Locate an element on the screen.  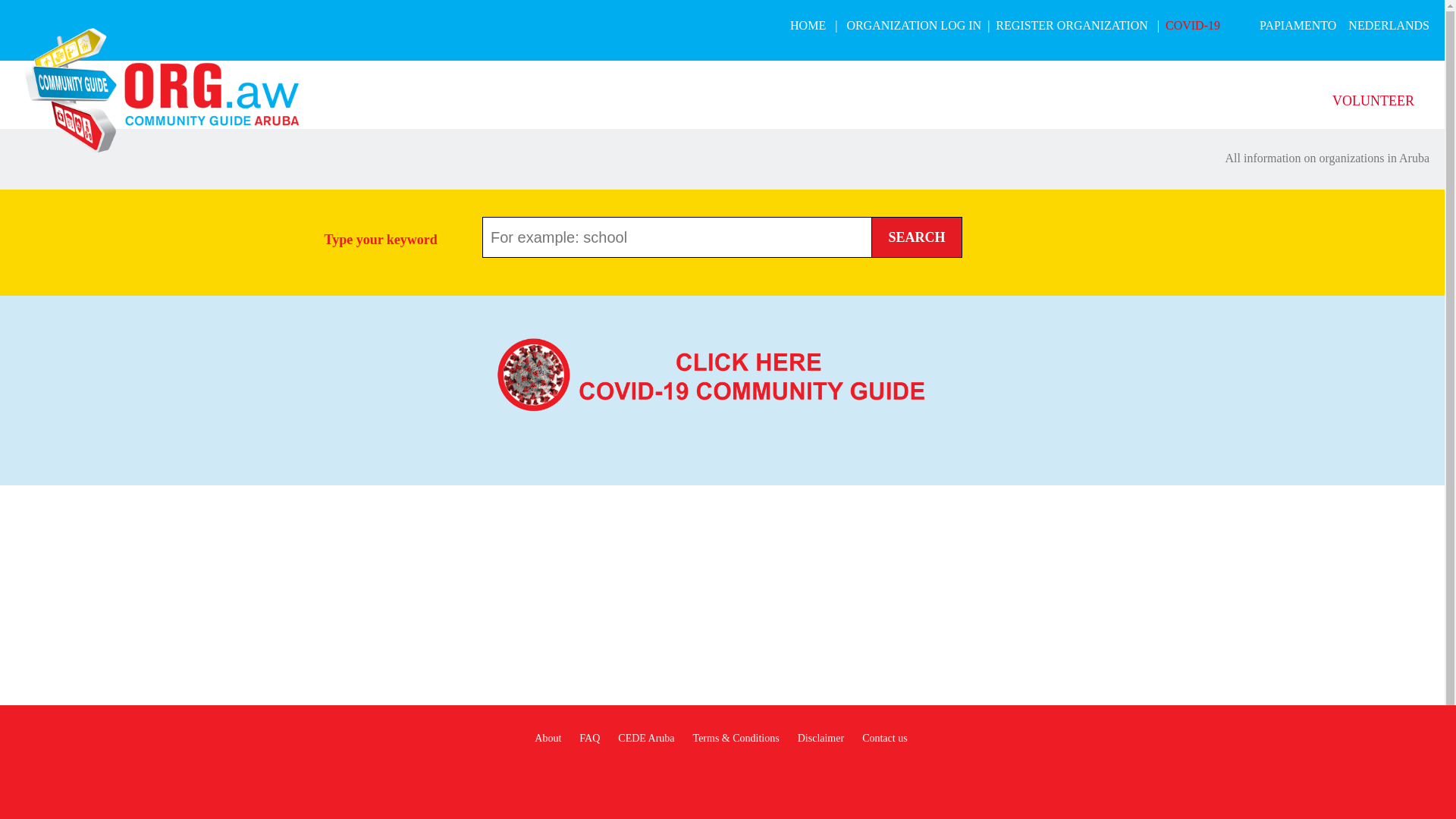
'FAQ' is located at coordinates (578, 737).